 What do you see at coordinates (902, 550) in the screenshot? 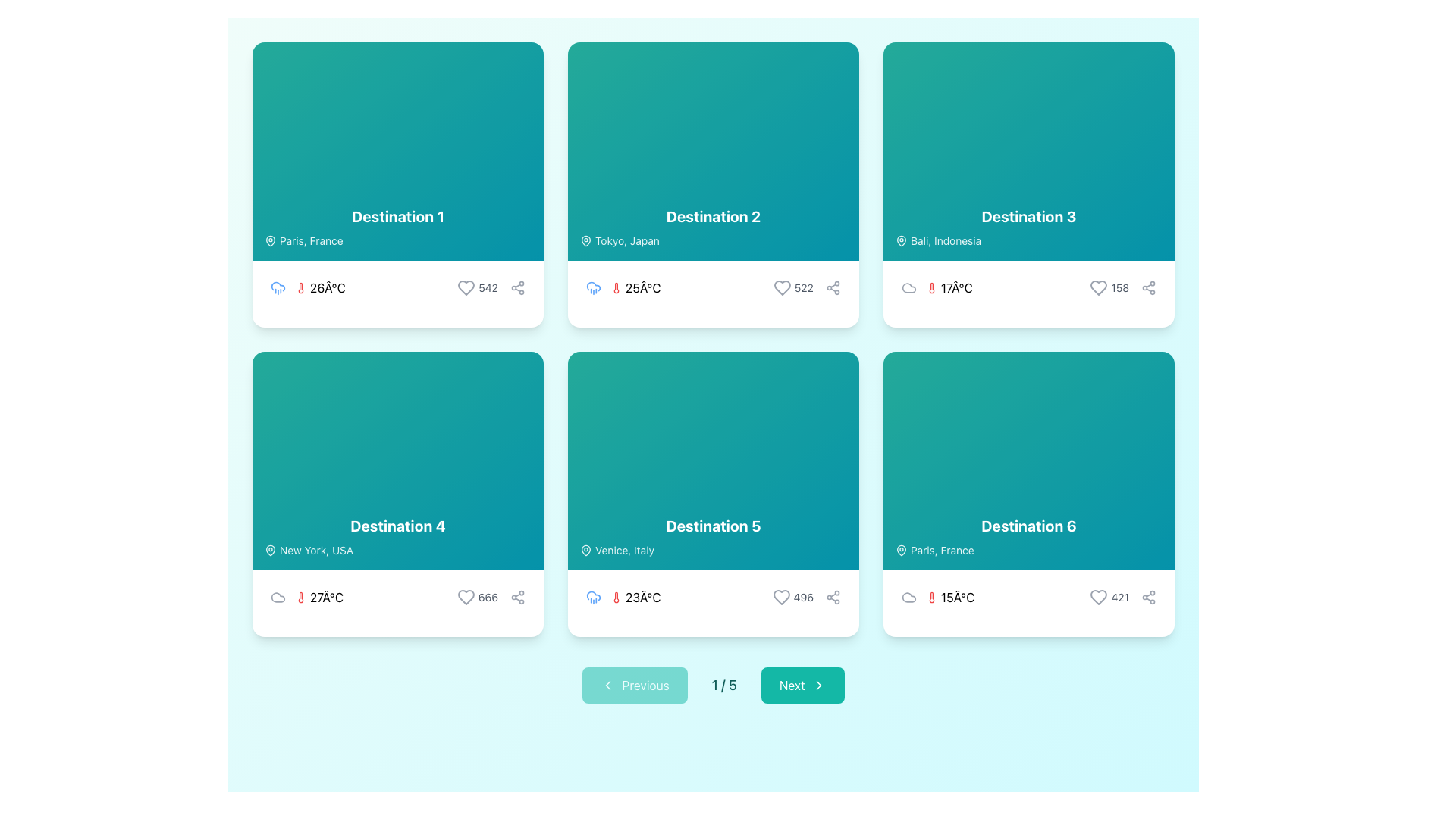
I see `the map pin icon located in the 'Paris, France' text section of the card labeled 'Destination 6' in the bottom-right of the grid` at bounding box center [902, 550].